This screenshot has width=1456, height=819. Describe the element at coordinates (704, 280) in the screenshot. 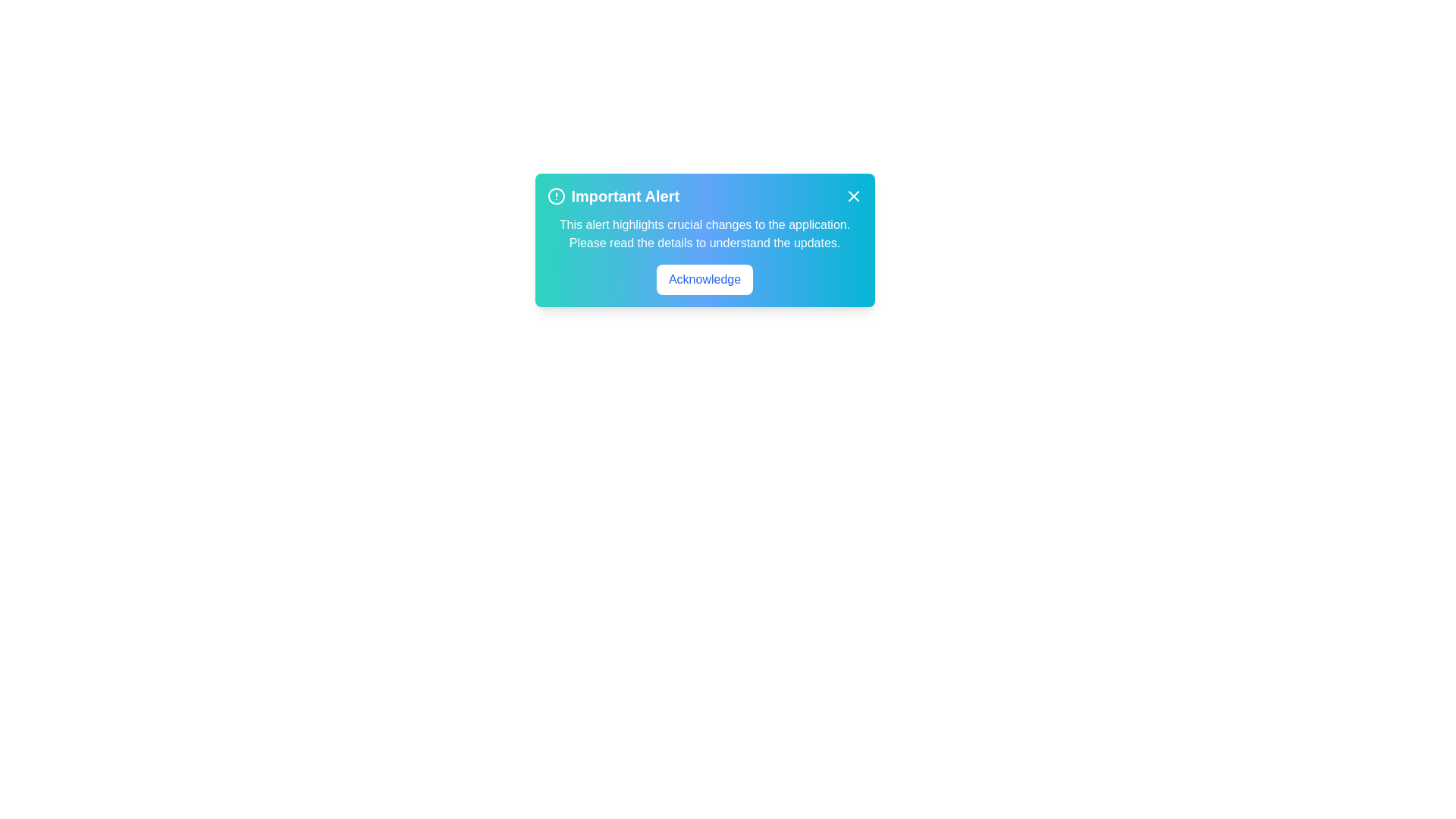

I see `'Acknowledge' button to confirm the alert` at that location.